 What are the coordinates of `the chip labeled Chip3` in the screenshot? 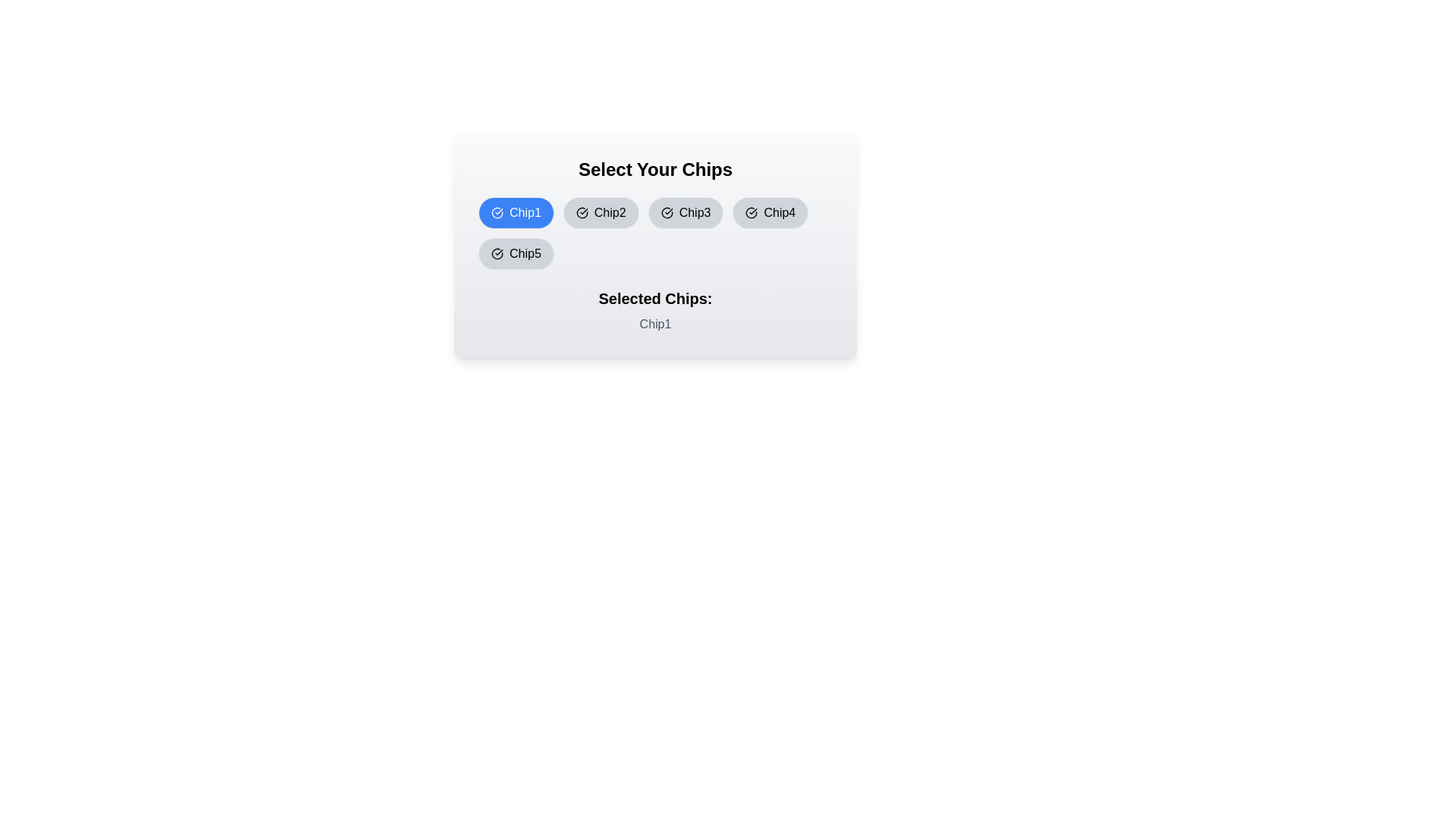 It's located at (685, 213).